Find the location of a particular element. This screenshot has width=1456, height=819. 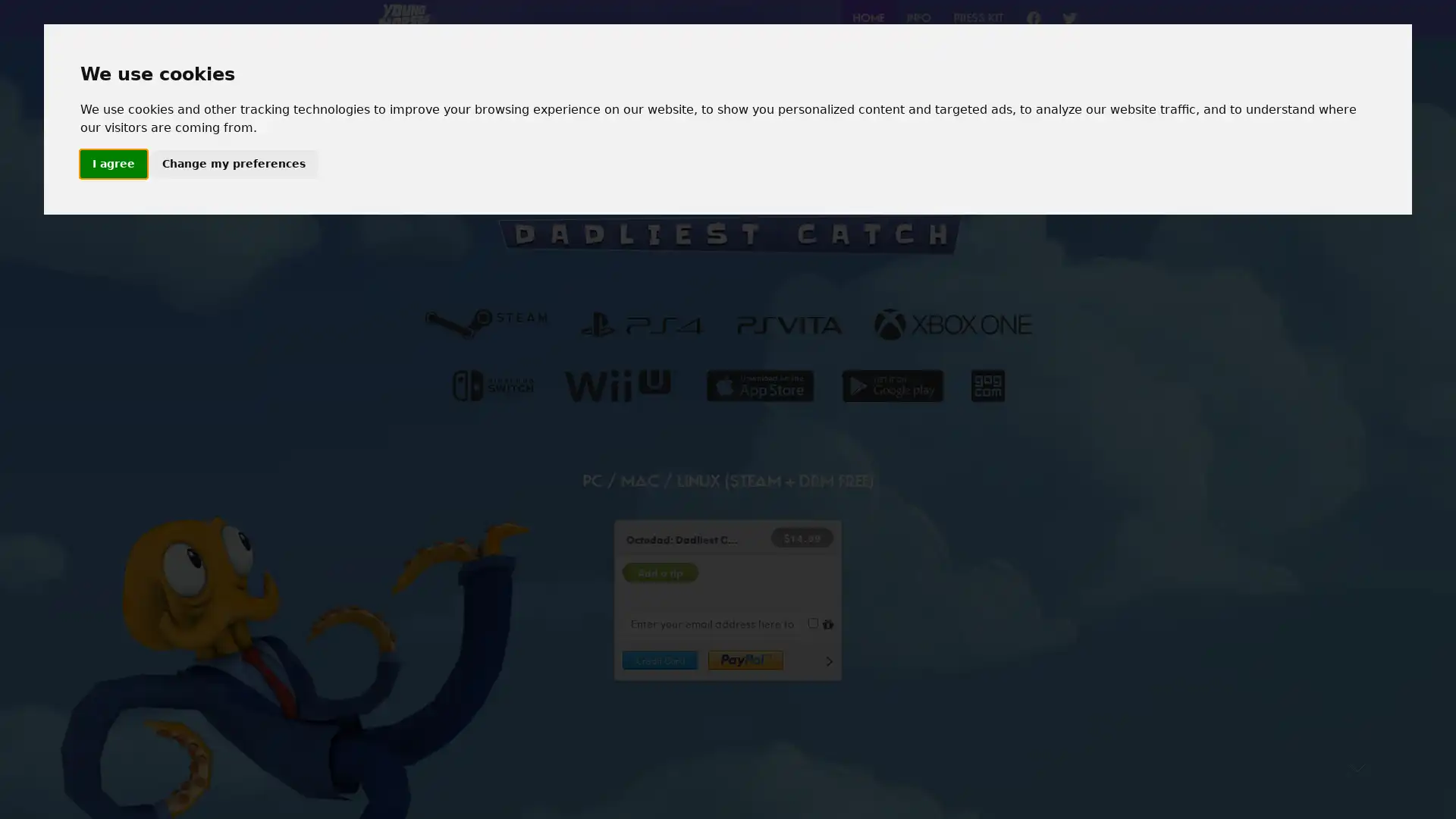

I agree is located at coordinates (111, 164).